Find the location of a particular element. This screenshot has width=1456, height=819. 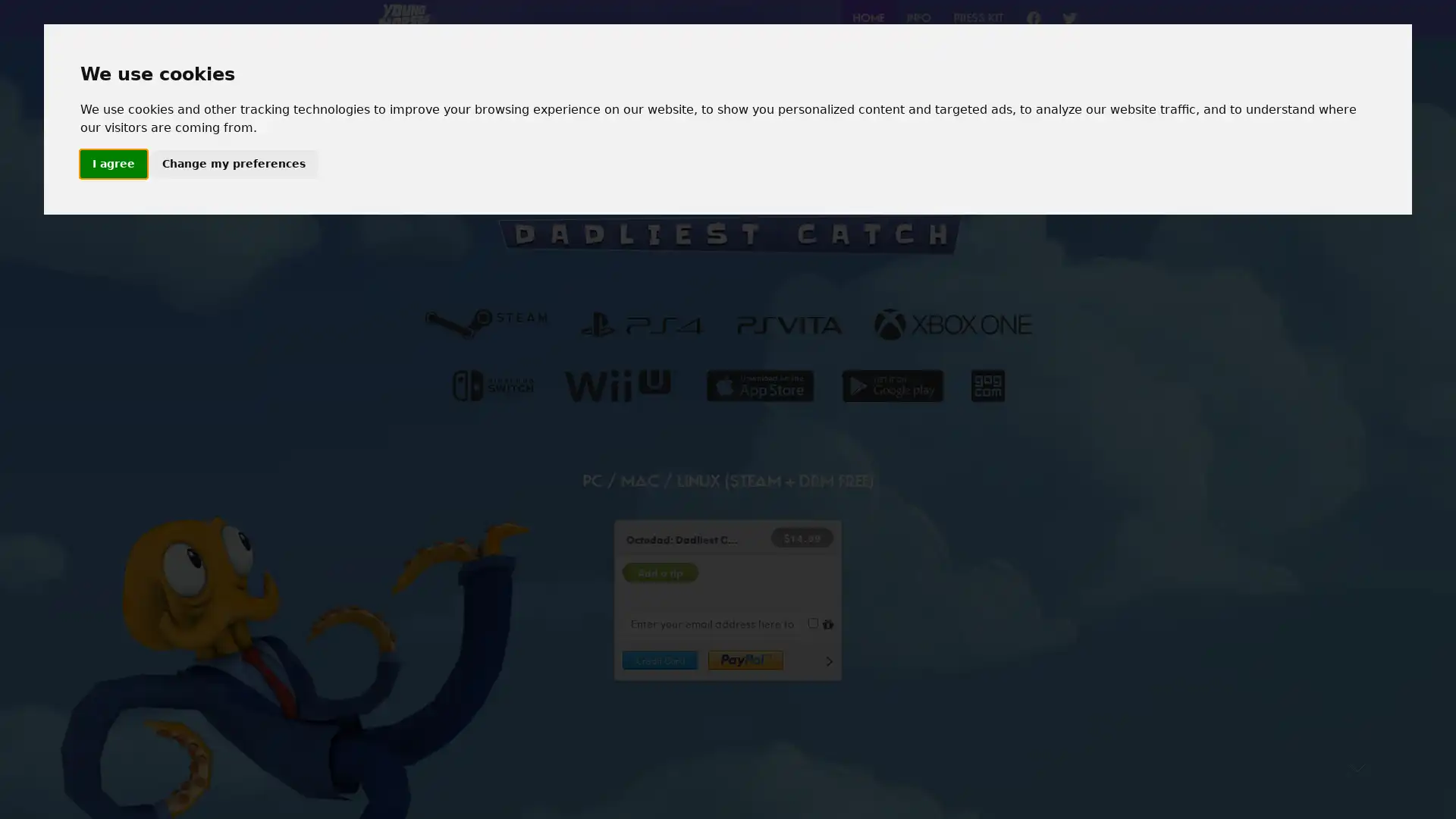

I agree is located at coordinates (111, 164).